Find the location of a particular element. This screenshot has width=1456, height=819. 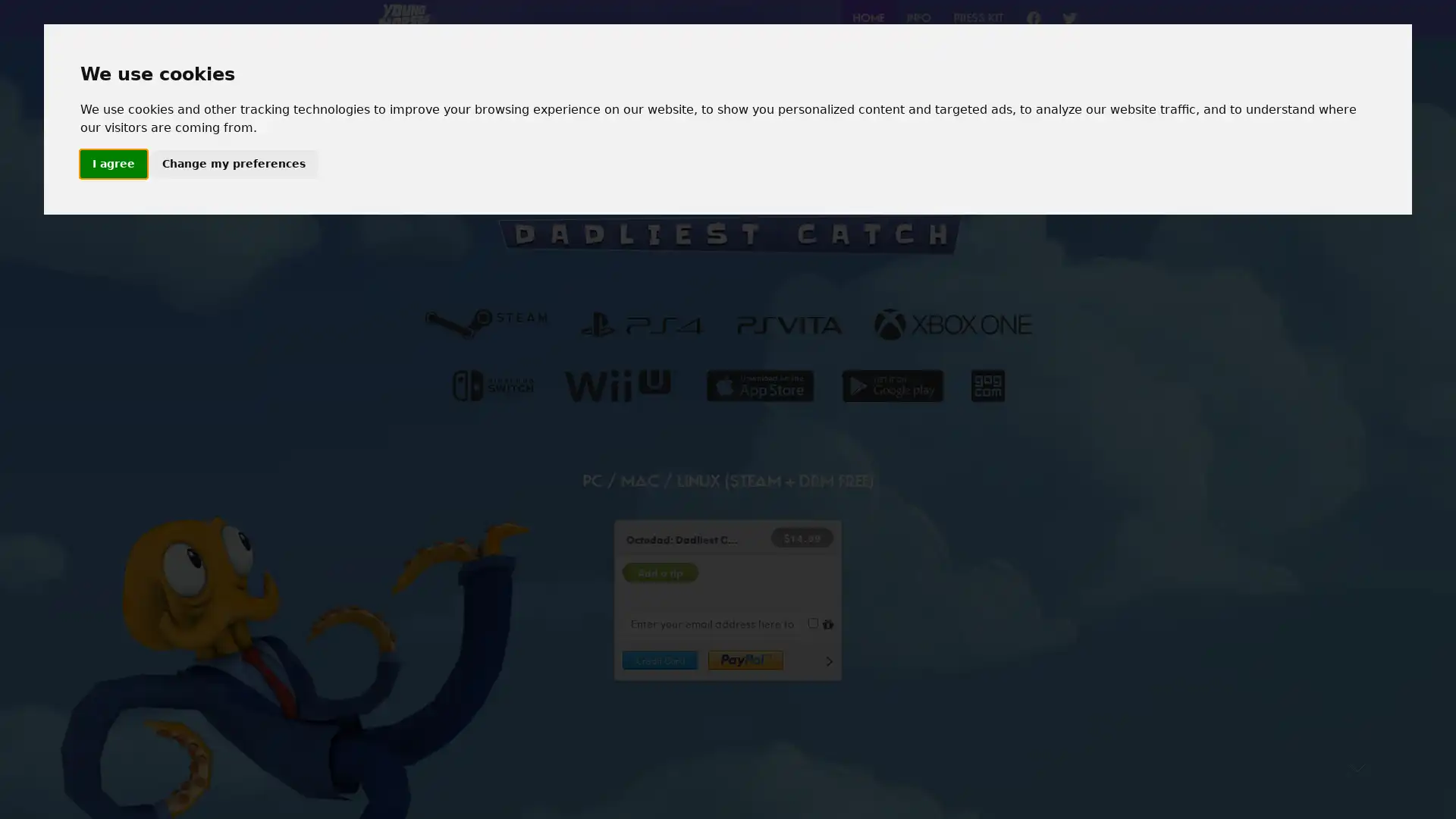

I agree is located at coordinates (111, 164).